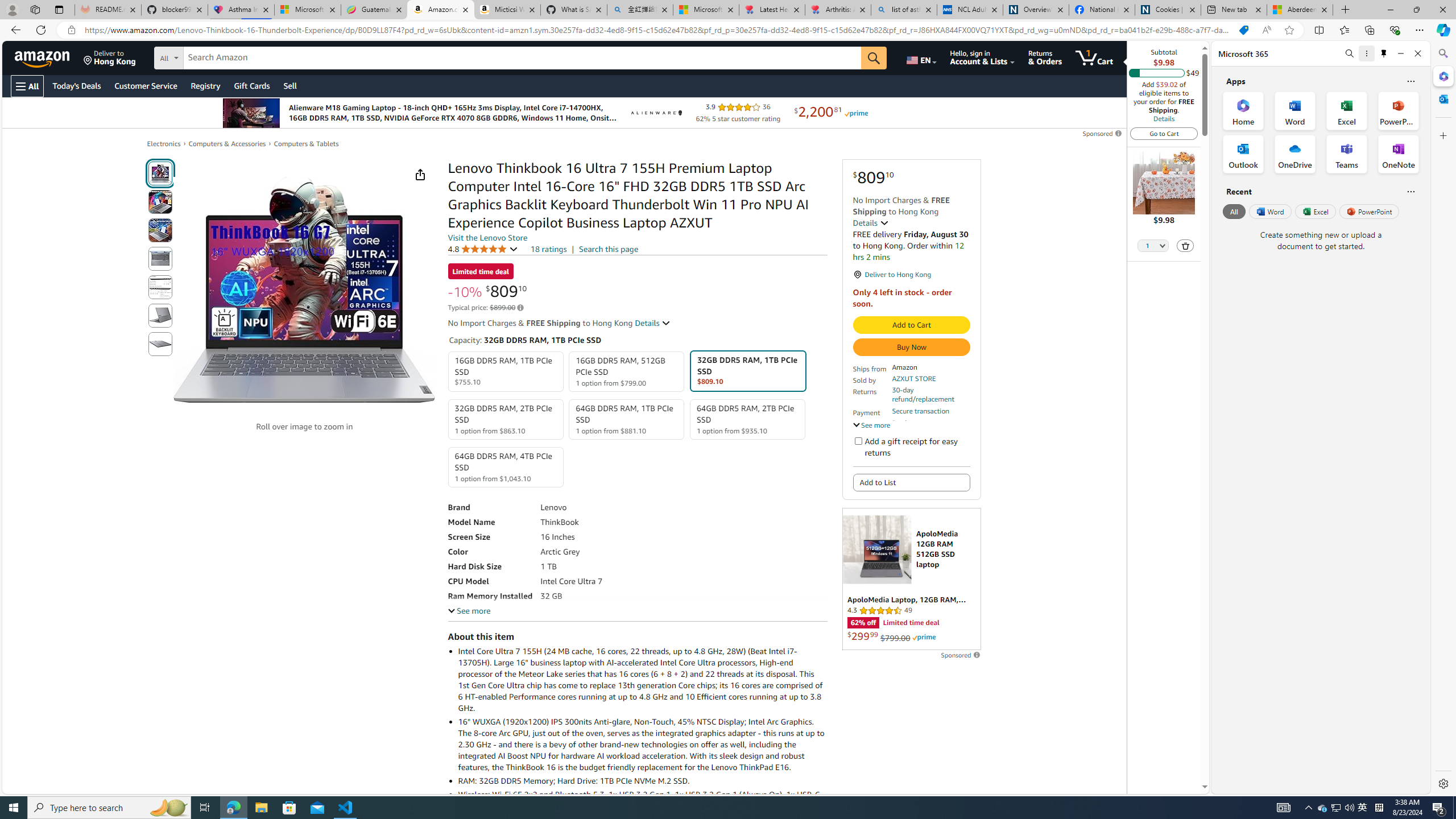 The image size is (1456, 819). I want to click on '32GB DDR5 RAM, 1TB PCIe SSD $809.10', so click(747, 370).